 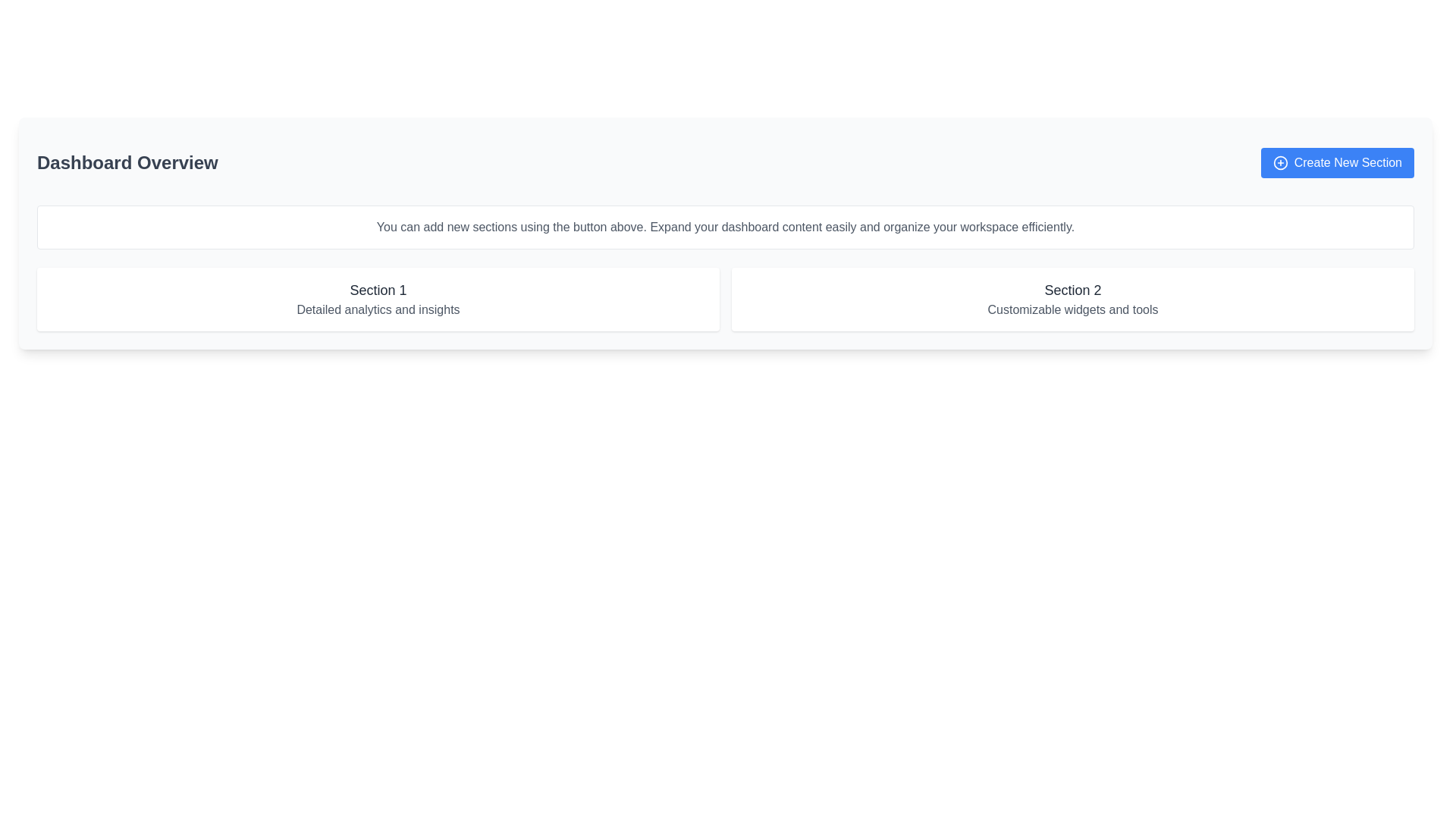 I want to click on the Text Label that serves as a section heading, positioned in the right section of a two-column layout, directly above the text 'Customizable widgets and tools', so click(x=1072, y=290).